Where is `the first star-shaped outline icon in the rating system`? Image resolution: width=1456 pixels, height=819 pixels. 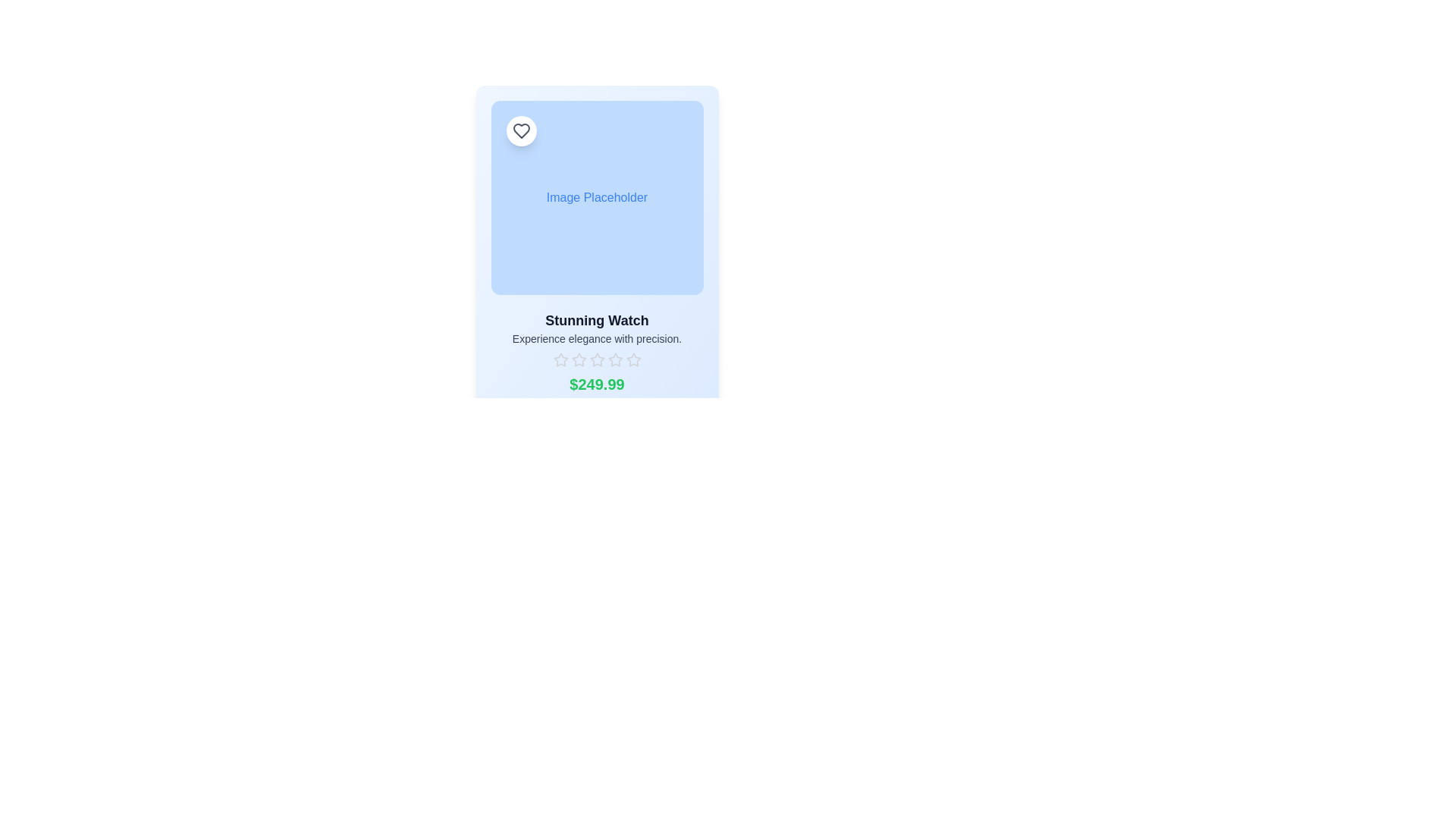
the first star-shaped outline icon in the rating system is located at coordinates (560, 359).